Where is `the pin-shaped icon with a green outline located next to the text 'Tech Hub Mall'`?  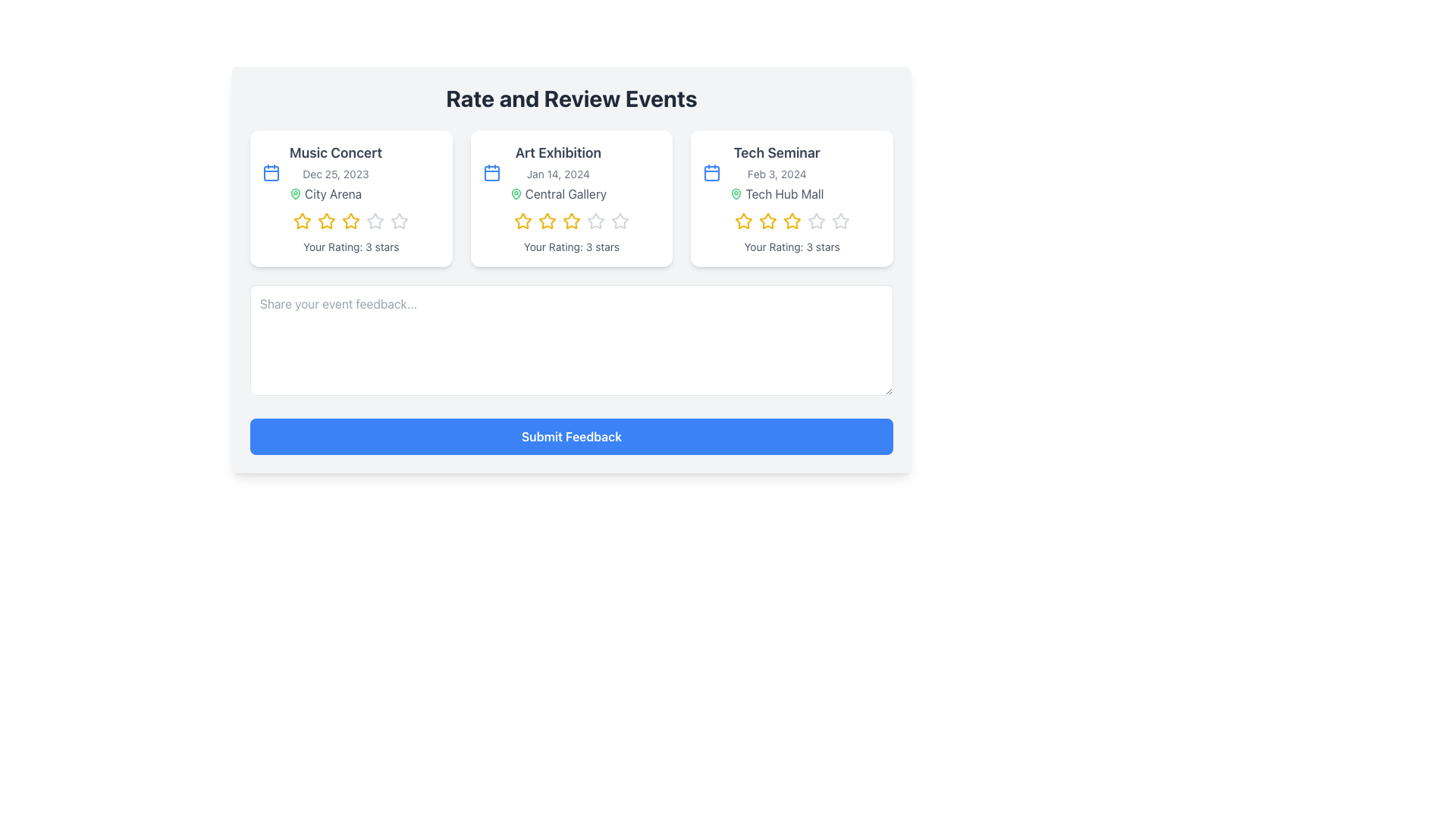
the pin-shaped icon with a green outline located next to the text 'Tech Hub Mall' is located at coordinates (736, 193).